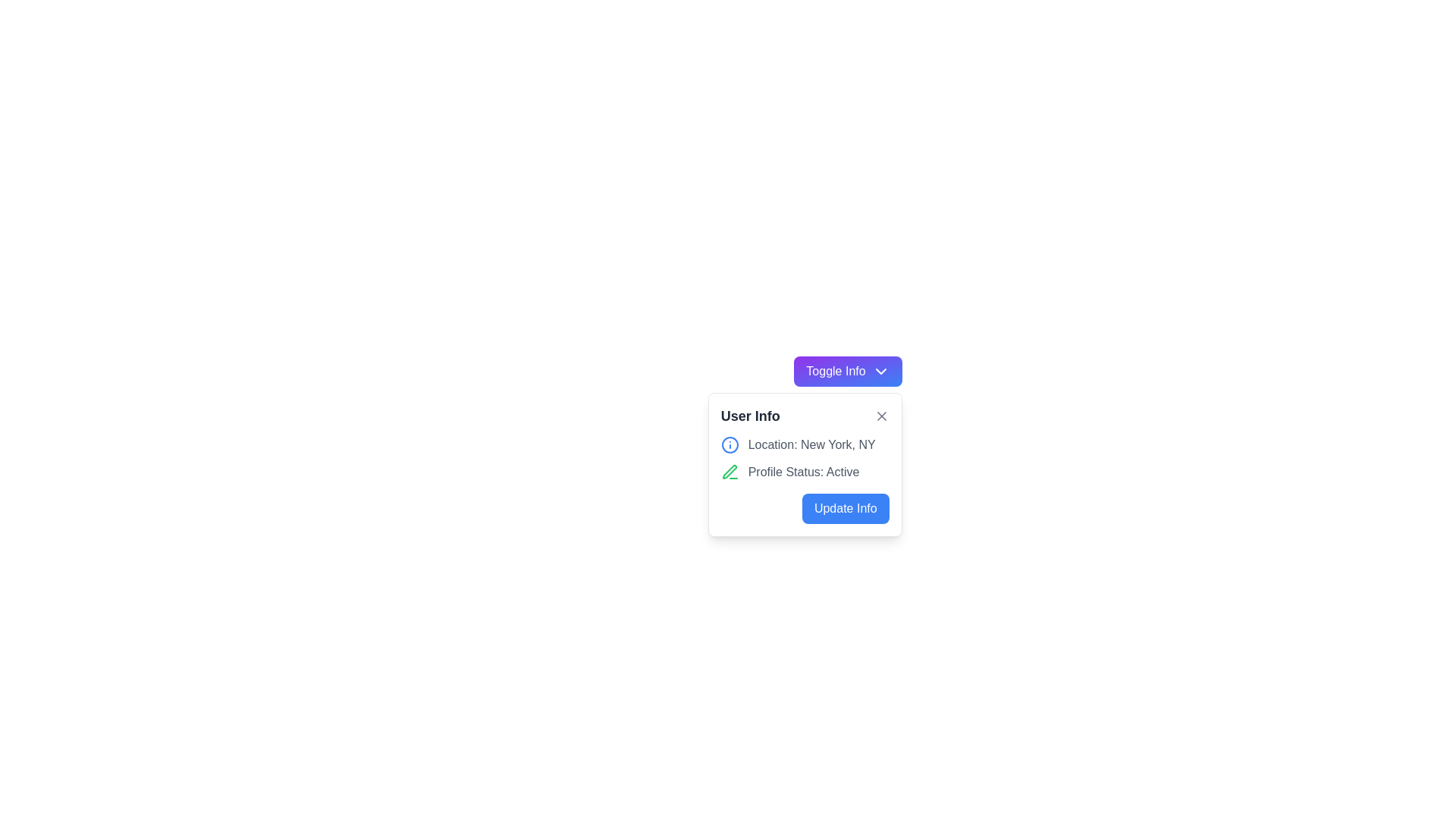 The image size is (1456, 819). Describe the element at coordinates (881, 416) in the screenshot. I see `the small 'X' shaped button next to the 'User Info' heading` at that location.